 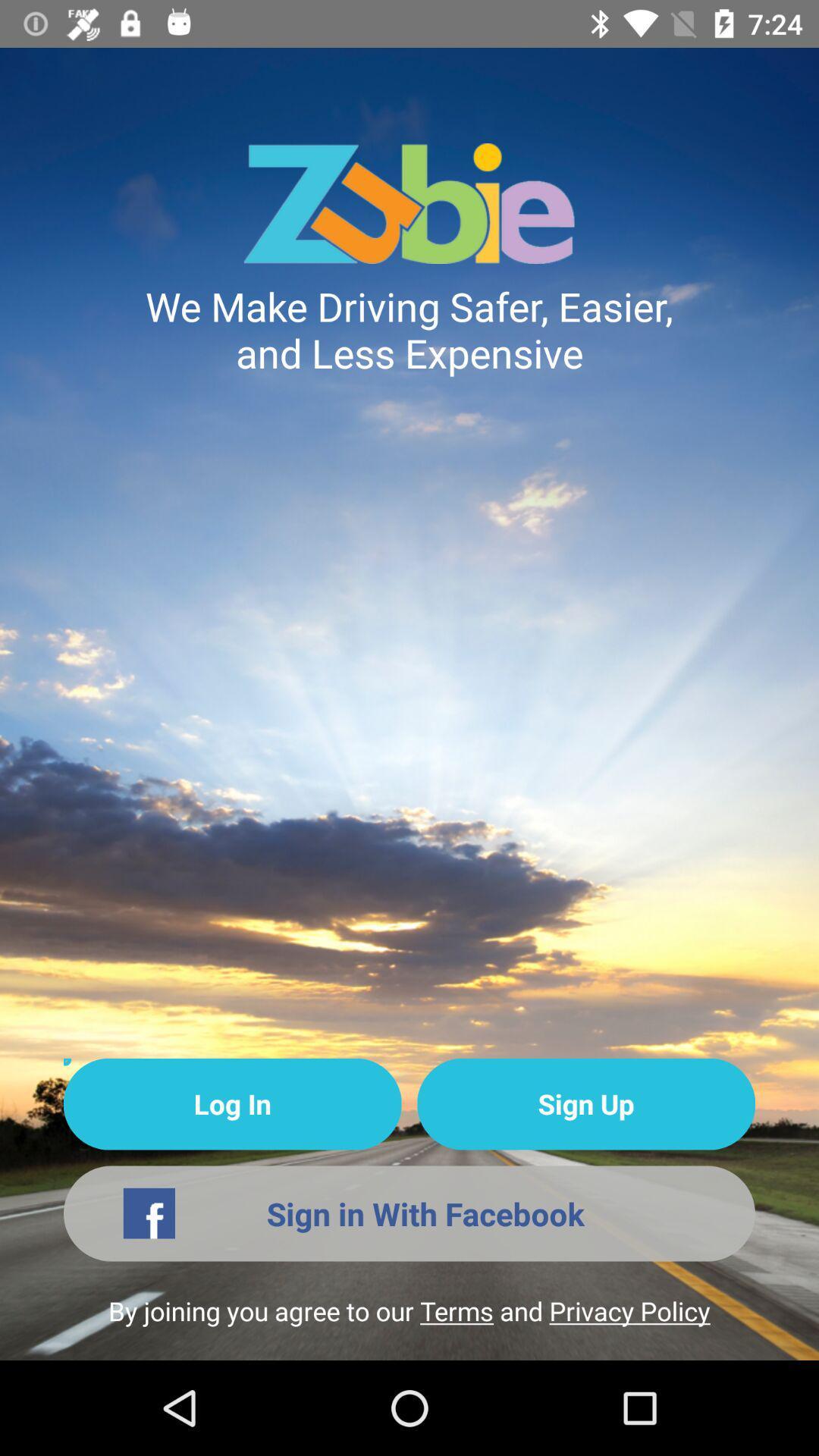 I want to click on log in, so click(x=232, y=1104).